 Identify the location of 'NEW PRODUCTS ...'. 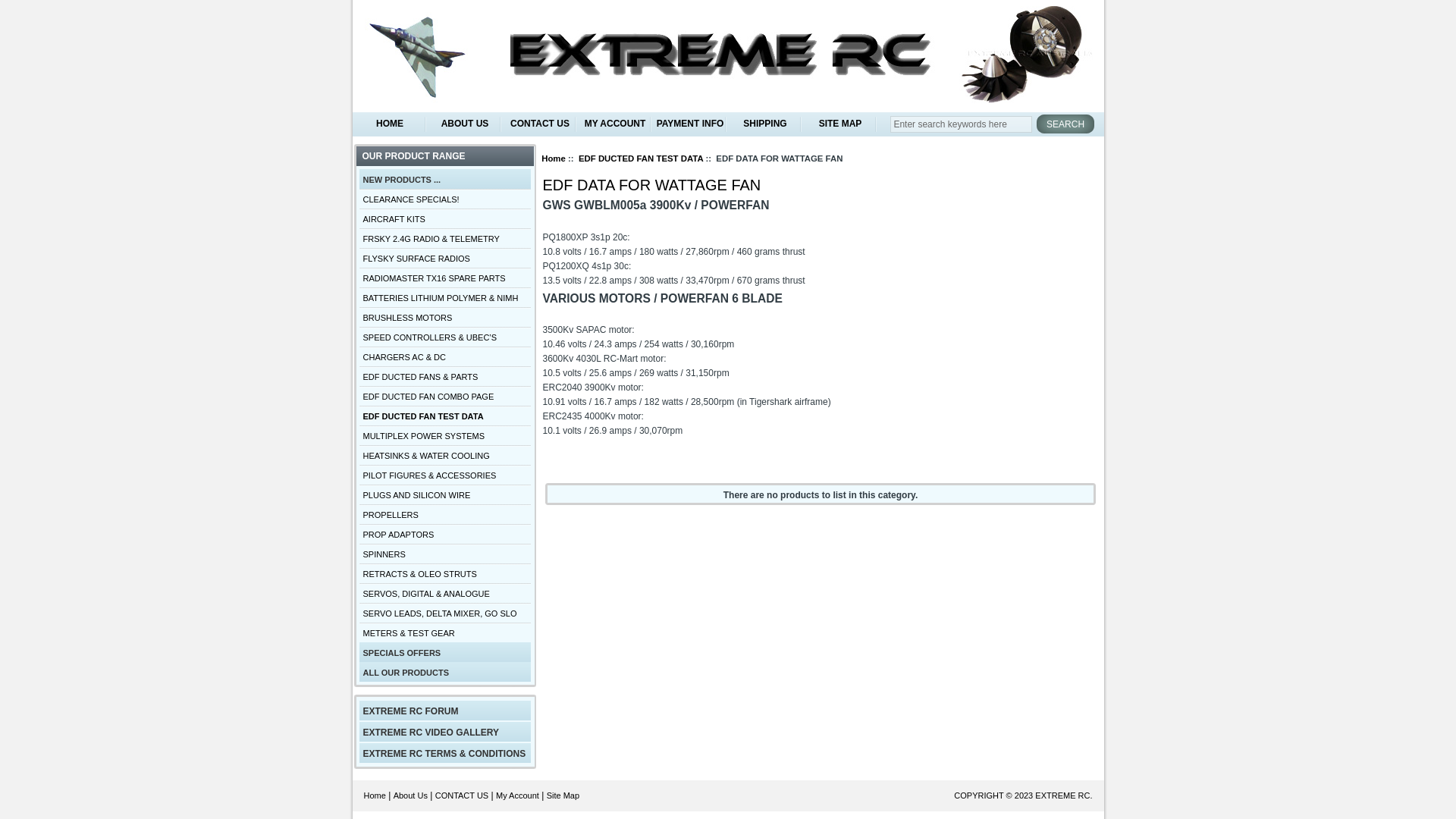
(444, 177).